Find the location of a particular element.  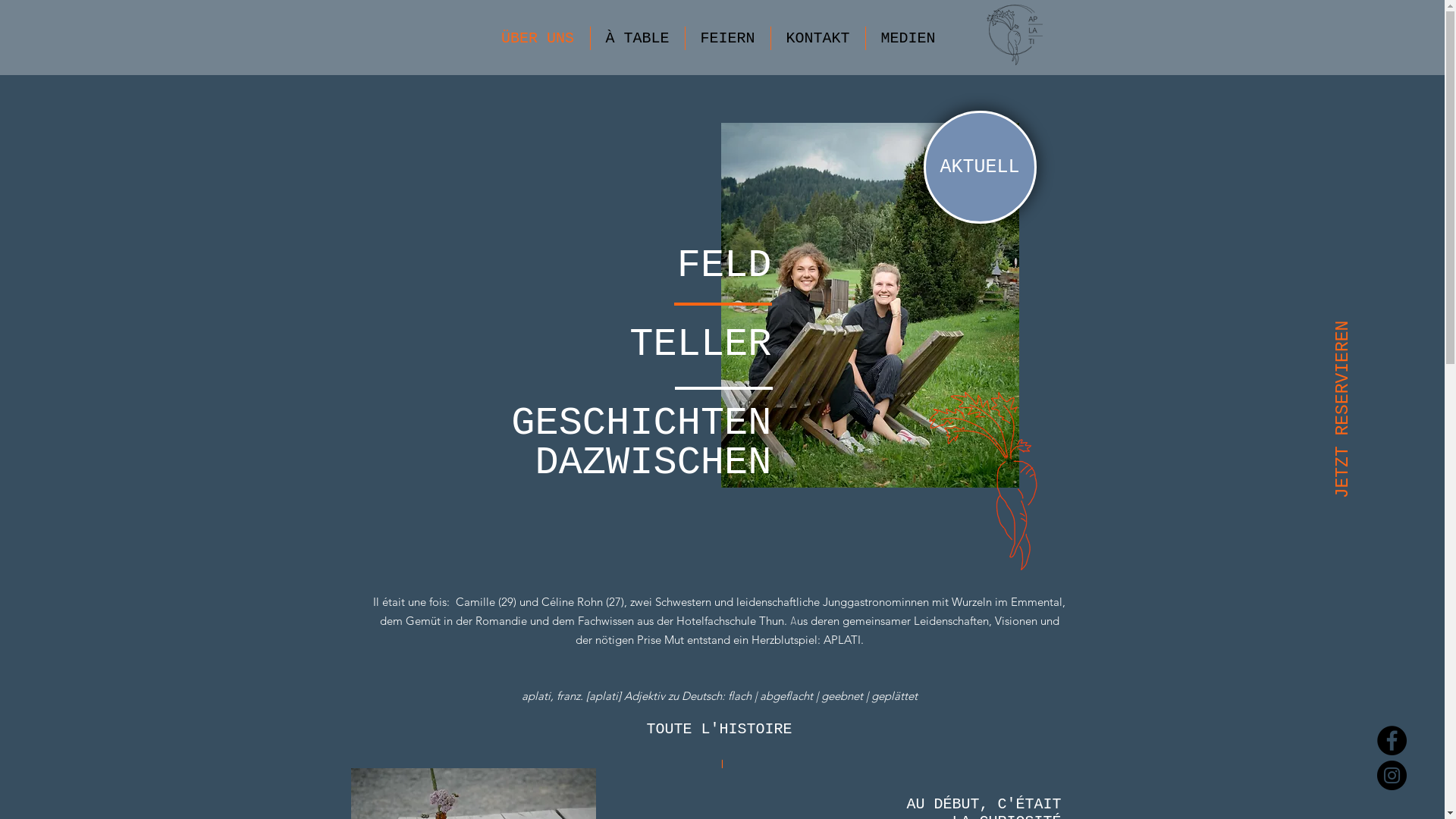

'MEDIEN' is located at coordinates (908, 37).